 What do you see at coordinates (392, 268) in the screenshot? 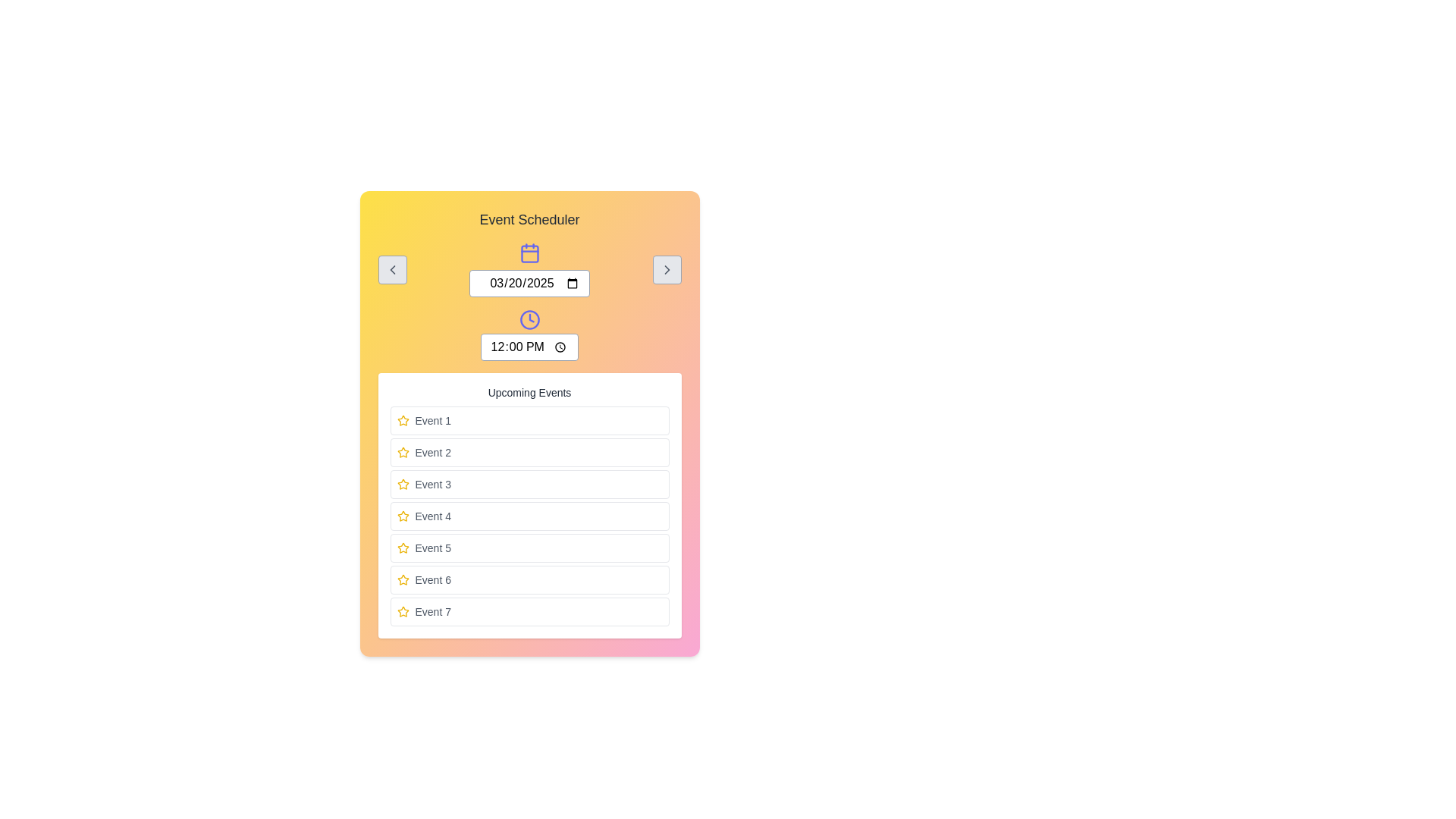
I see `the left-pointing chevron icon (class 'lucide-chevron-left')` at bounding box center [392, 268].